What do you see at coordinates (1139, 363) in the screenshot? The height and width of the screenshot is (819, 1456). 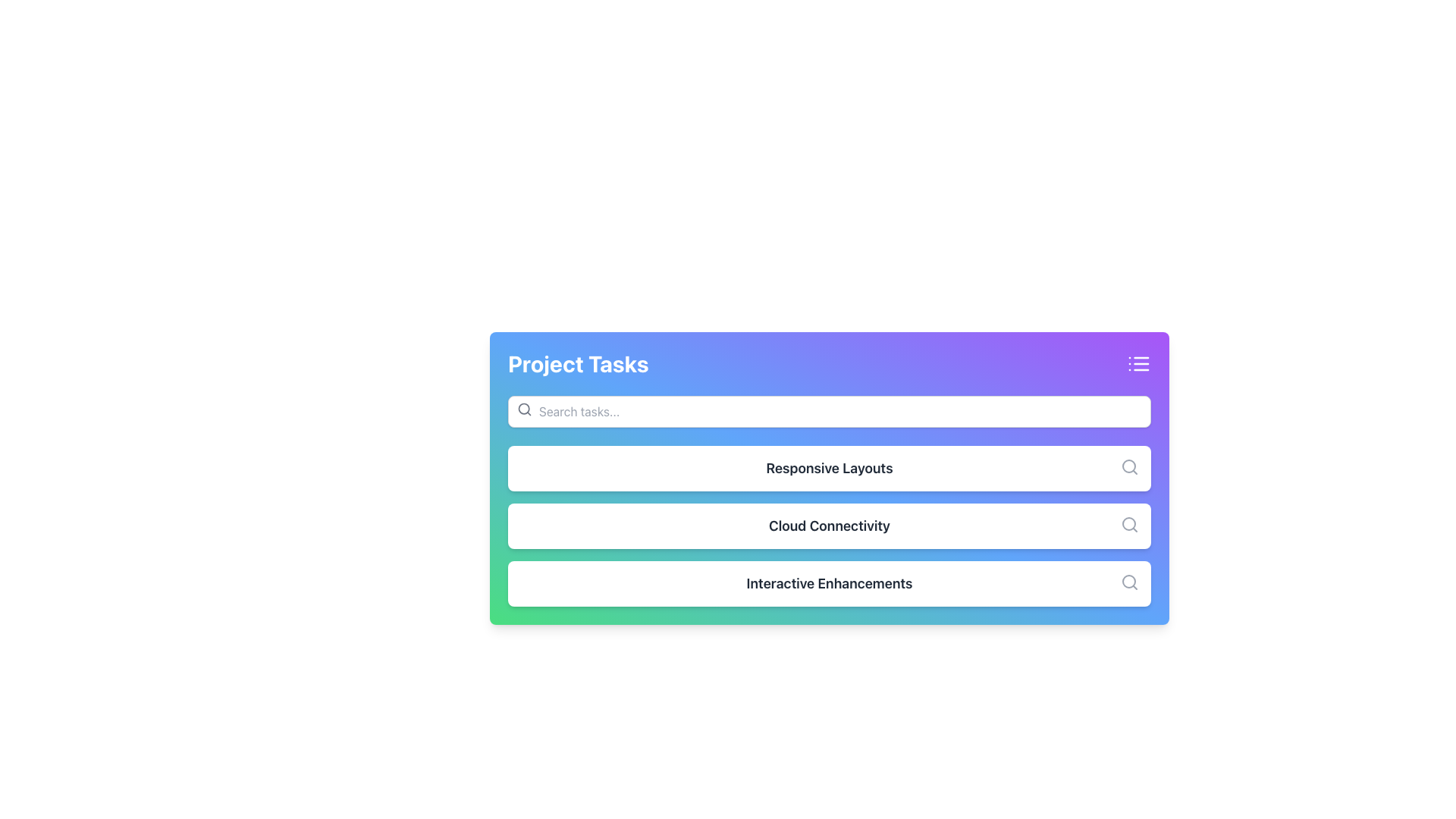 I see `the Icon Button located in the top-right corner of the 'Project Tasks' section` at bounding box center [1139, 363].